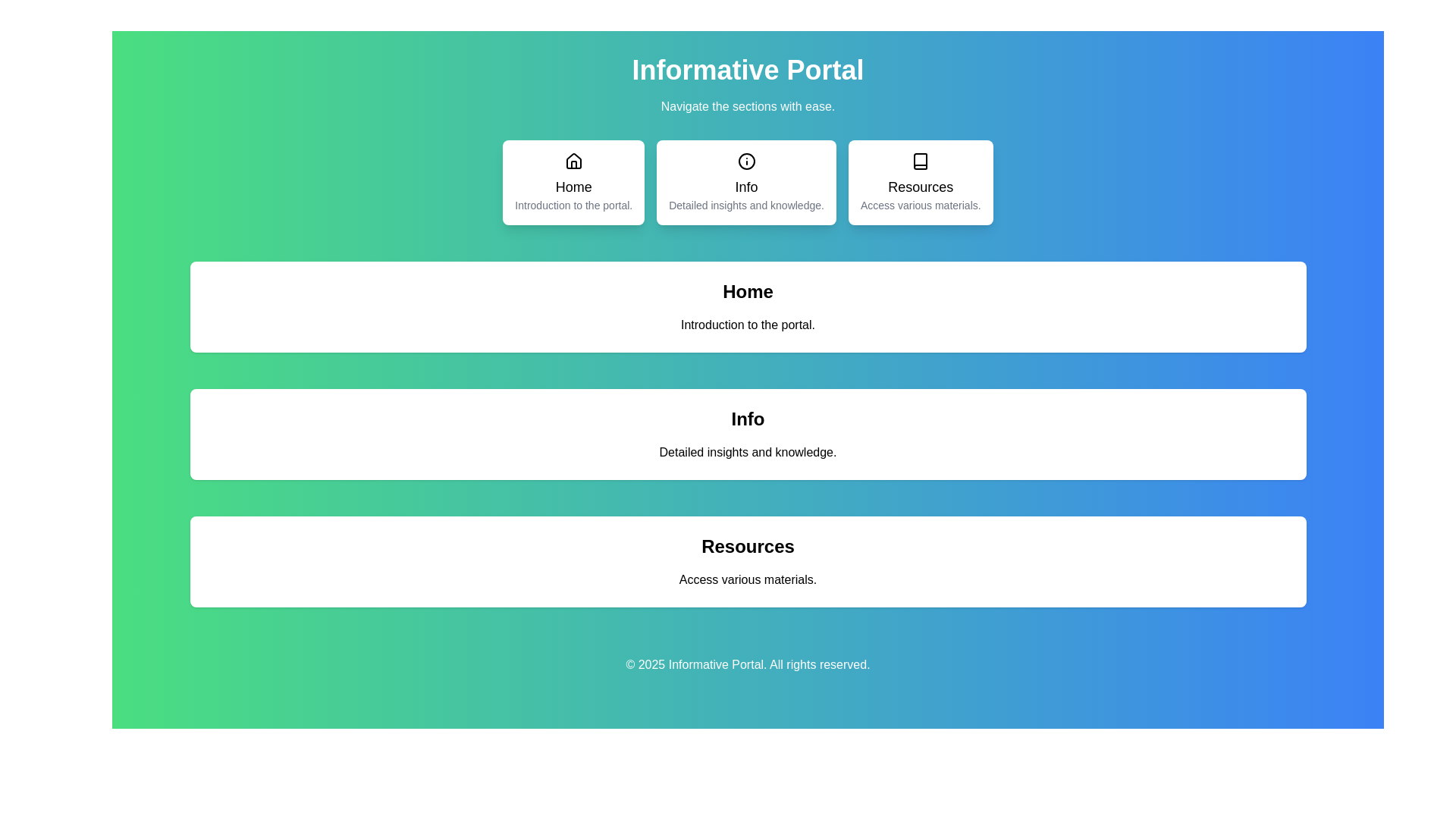  What do you see at coordinates (573, 161) in the screenshot?
I see `the 'Home' icon located at the top of the first card under the 'Informative Portal' header, which navigates to the homepage of the portal` at bounding box center [573, 161].